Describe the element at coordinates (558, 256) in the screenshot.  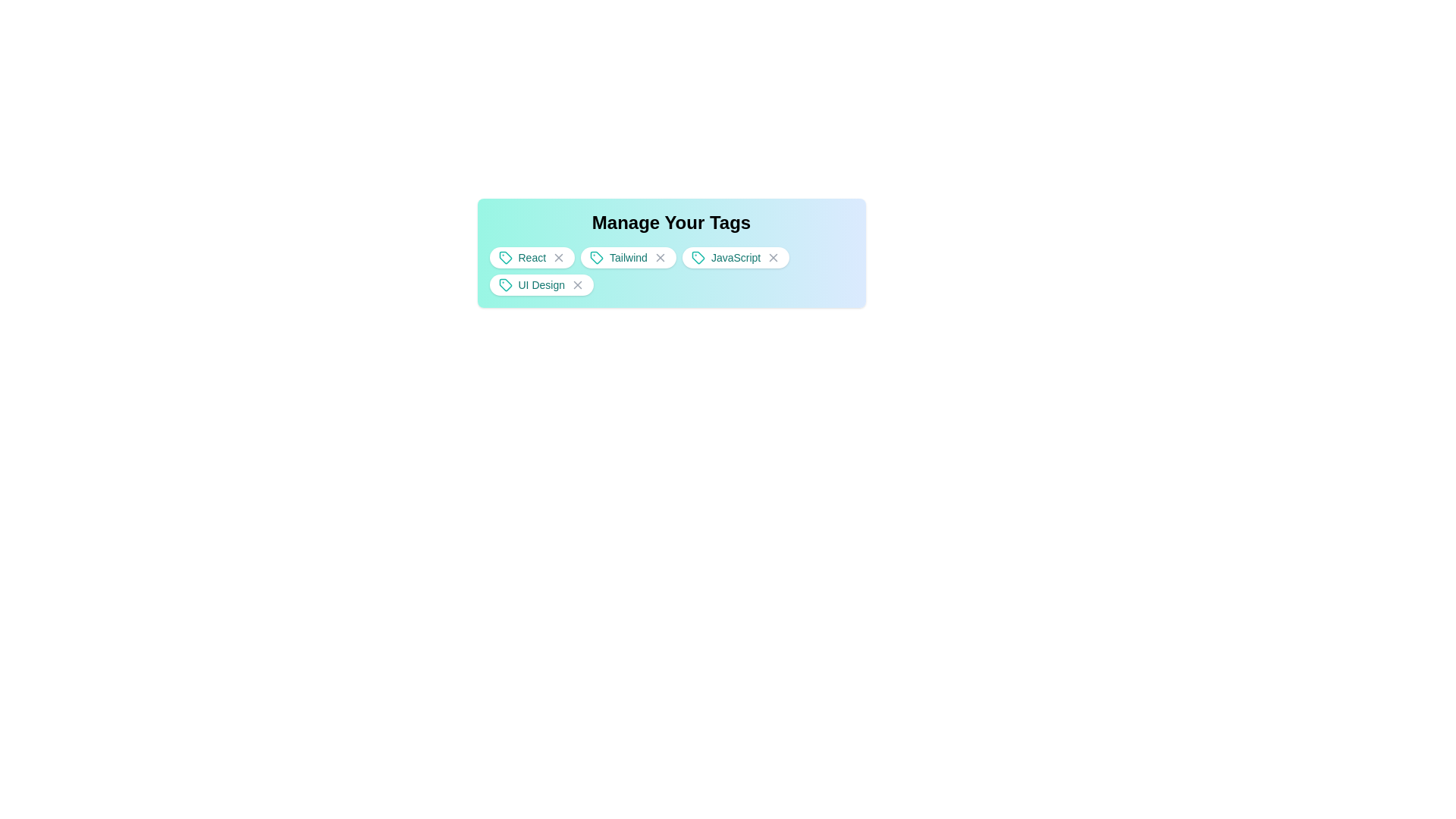
I see `the tag React by clicking its close button` at that location.